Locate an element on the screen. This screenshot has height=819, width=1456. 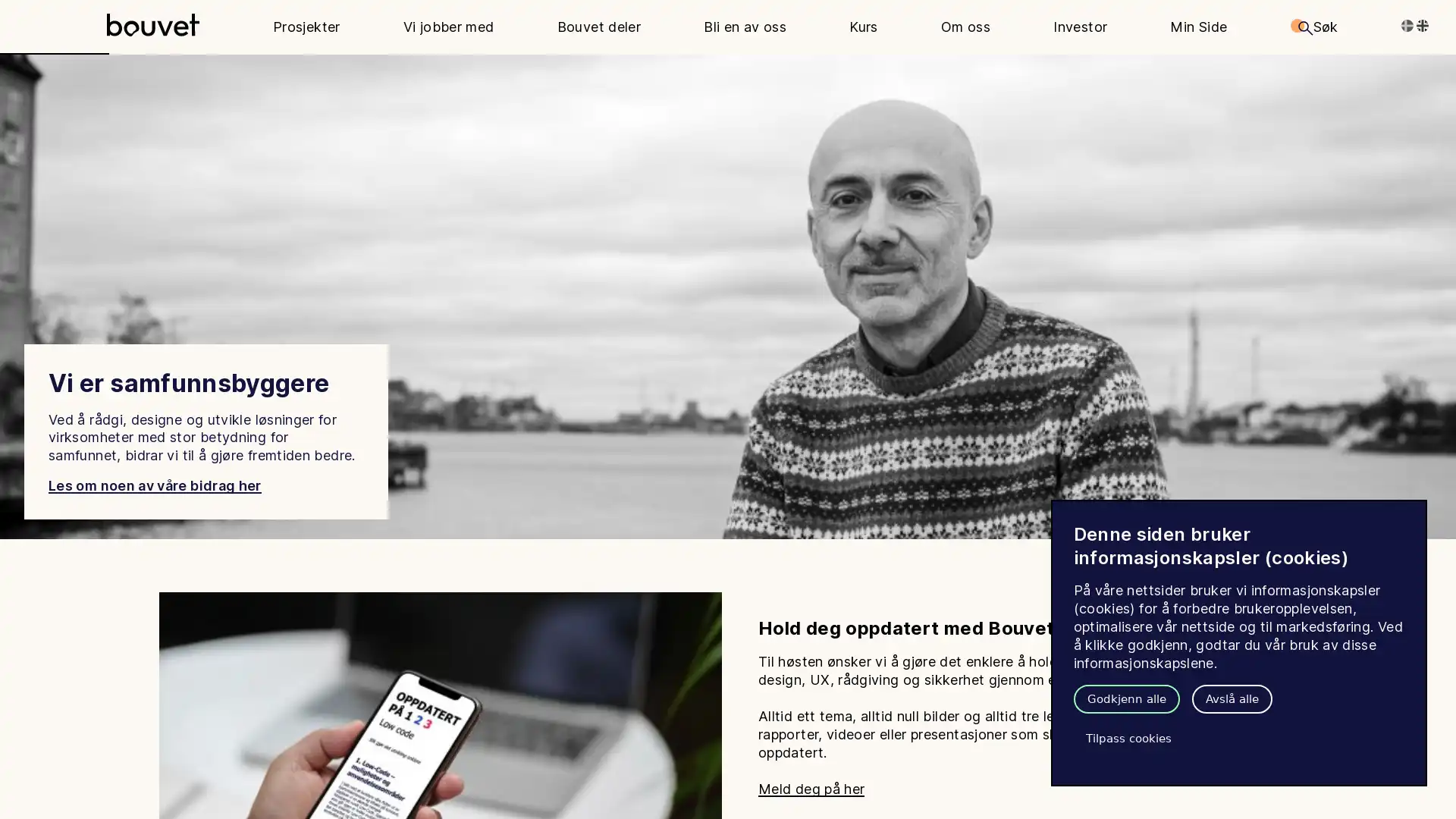
Tilpass cookies is located at coordinates (1128, 736).